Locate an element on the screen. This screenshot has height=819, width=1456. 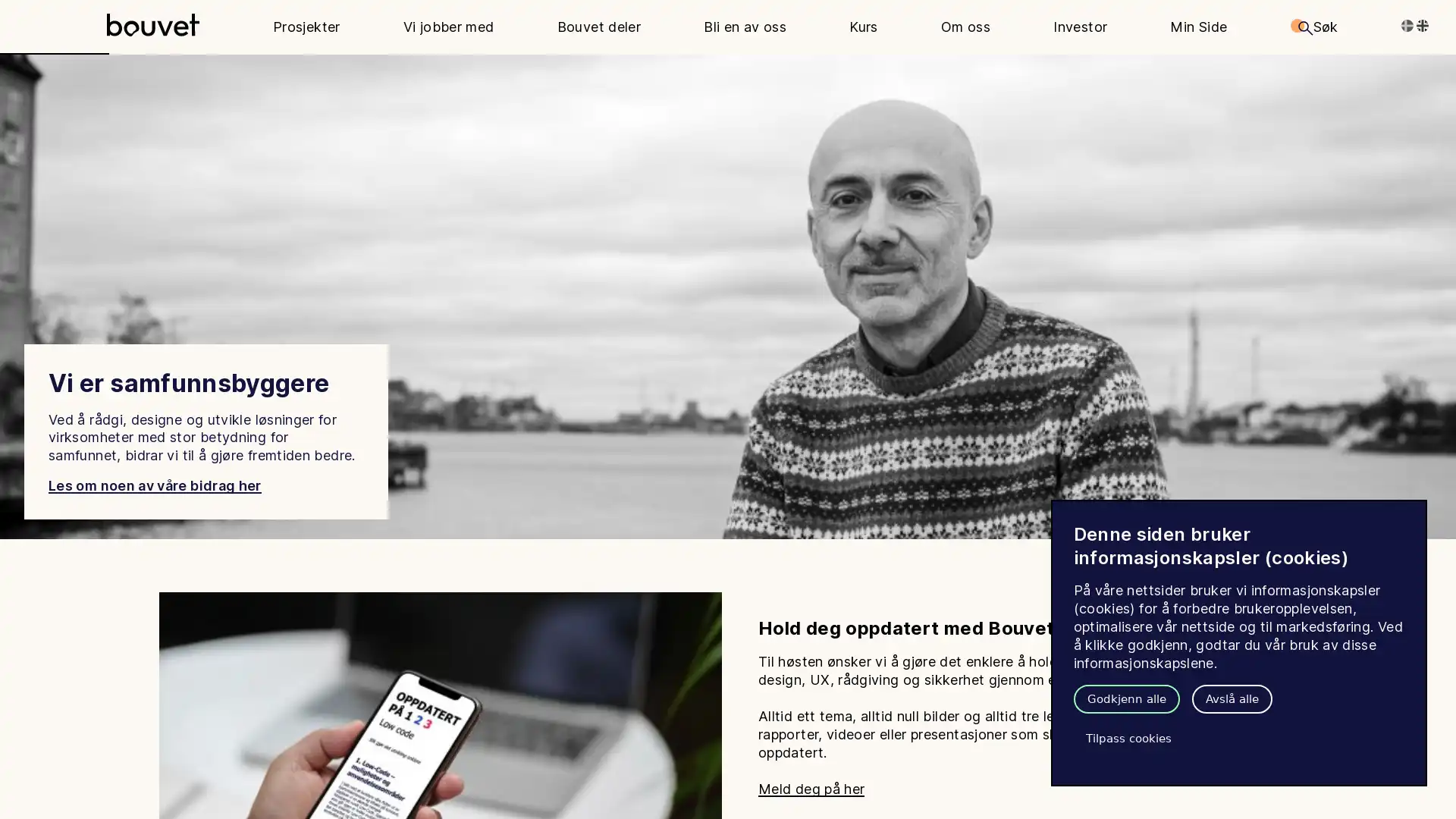
Tilpass cookies is located at coordinates (1128, 736).